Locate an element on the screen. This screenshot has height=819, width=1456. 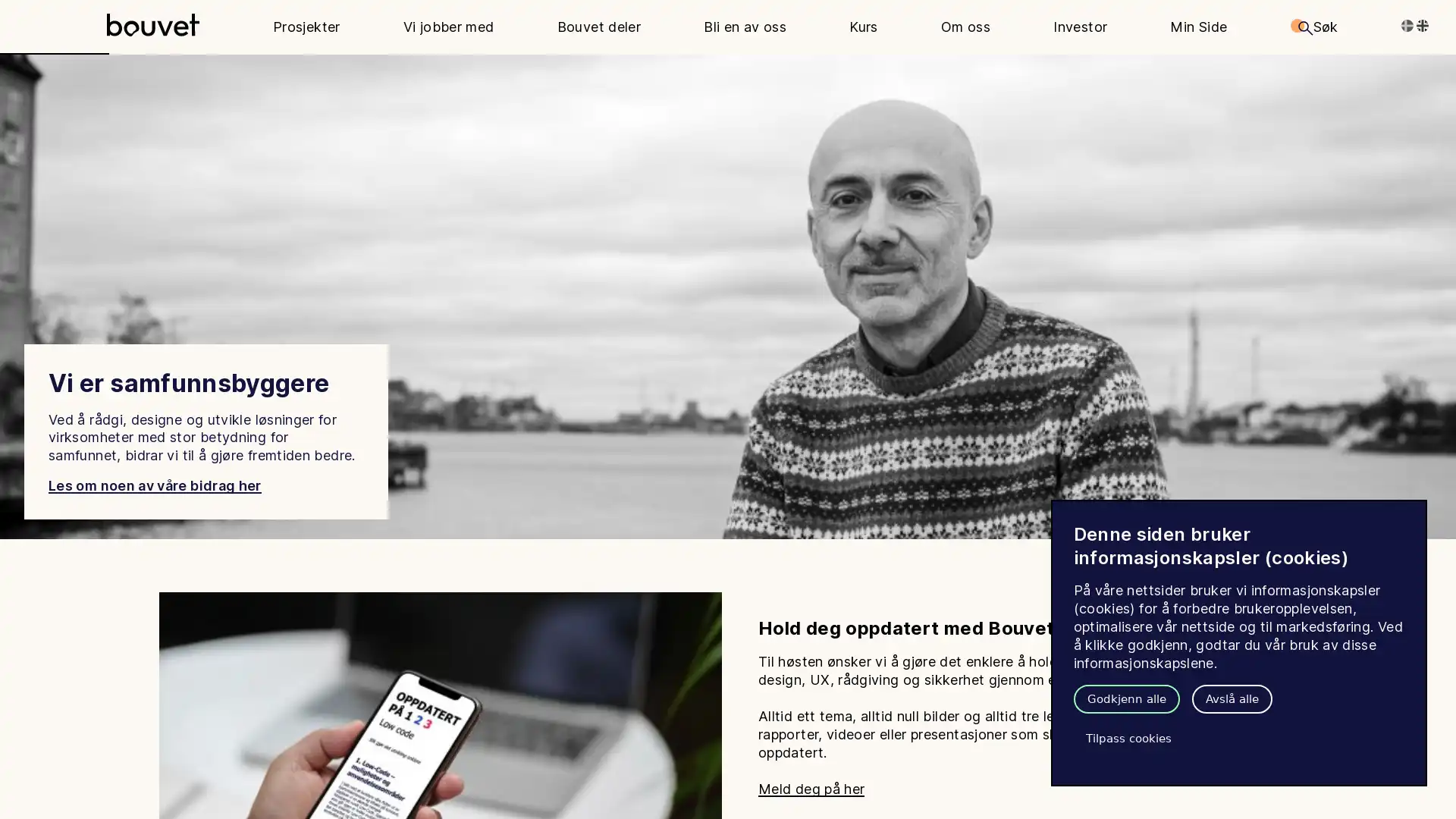
Tilpass cookies is located at coordinates (1128, 736).